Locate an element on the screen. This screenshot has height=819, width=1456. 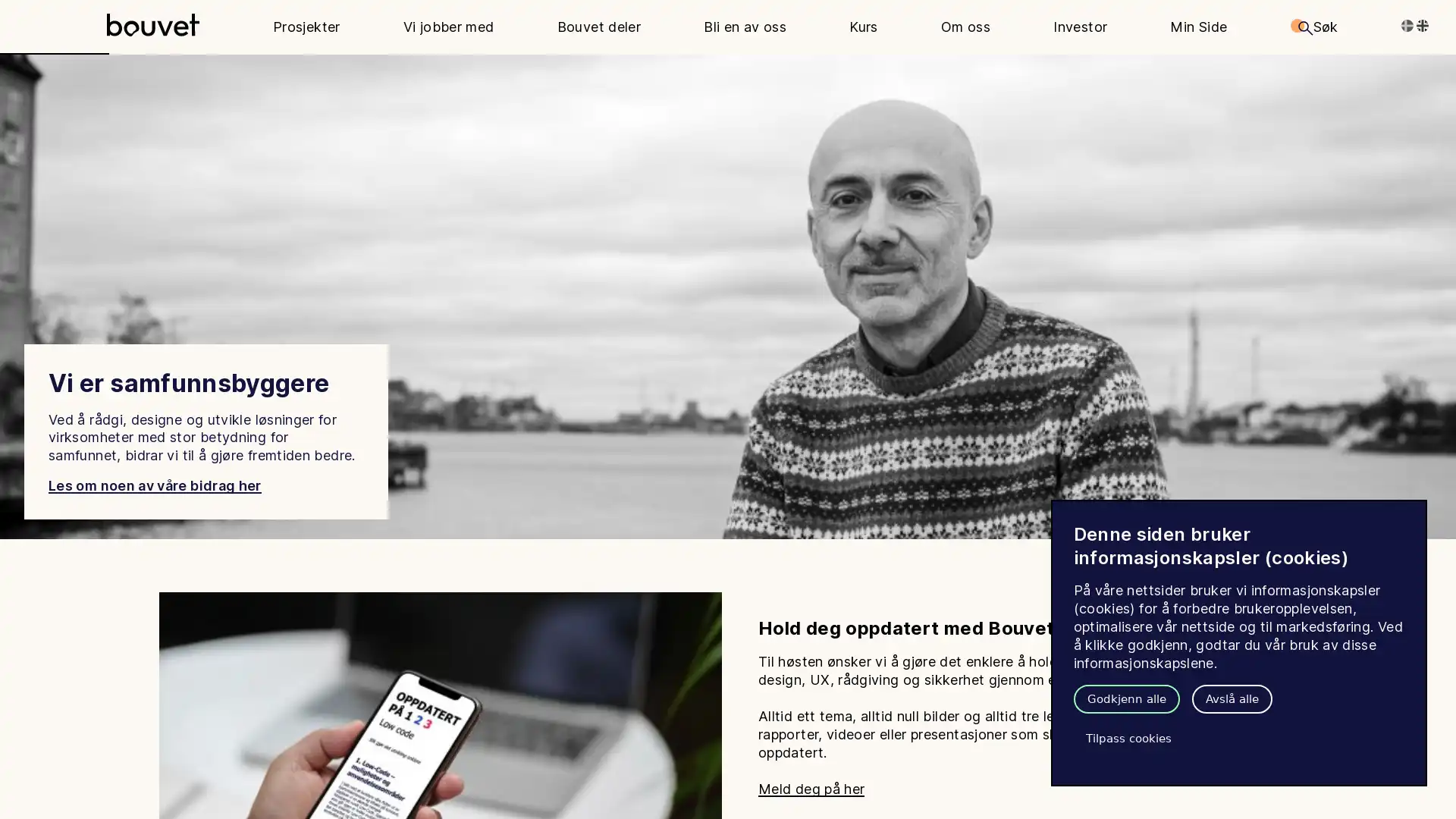
Tilpass cookies is located at coordinates (1128, 736).